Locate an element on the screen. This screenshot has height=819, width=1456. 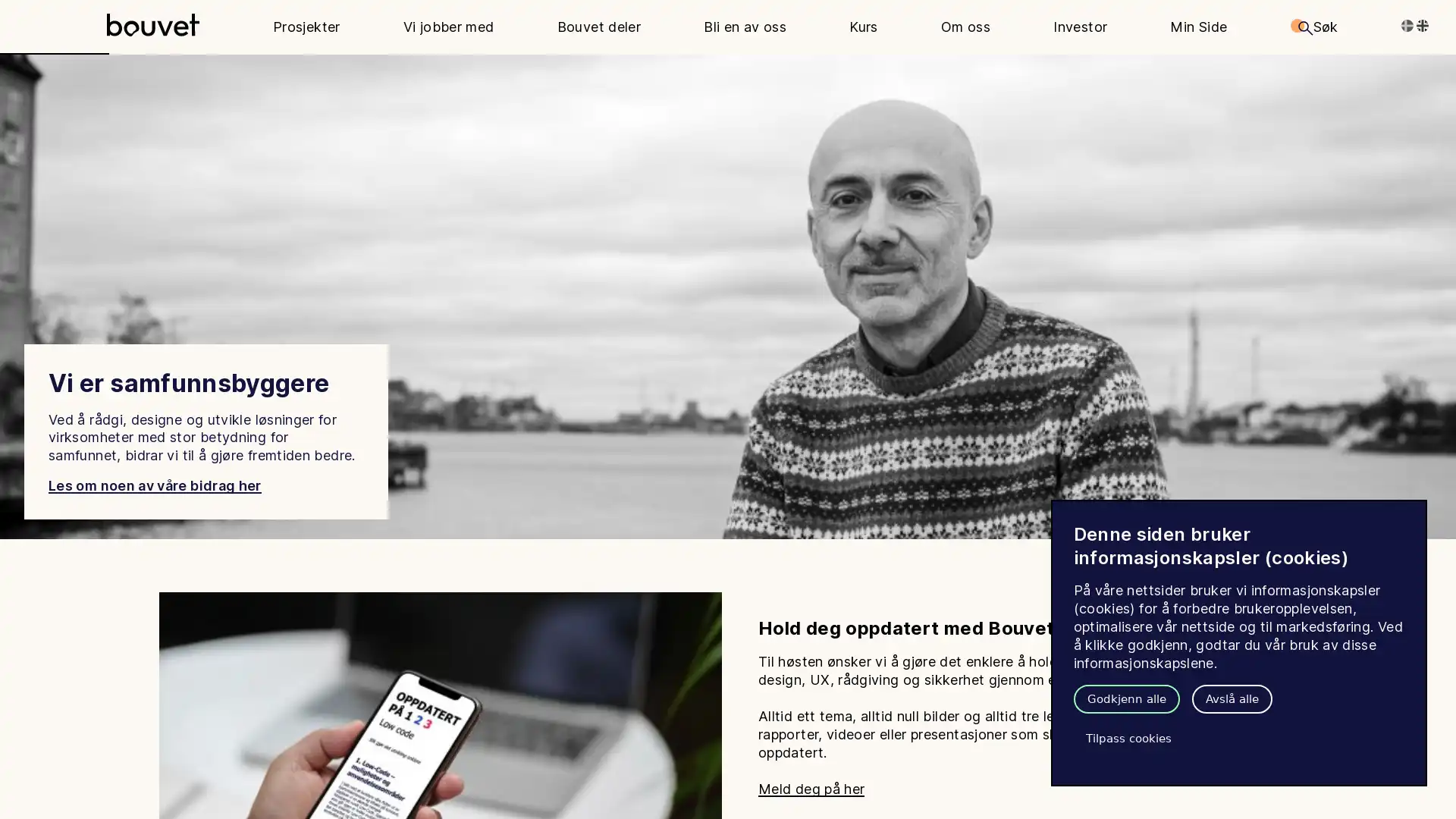
Tilpass cookies is located at coordinates (1128, 736).